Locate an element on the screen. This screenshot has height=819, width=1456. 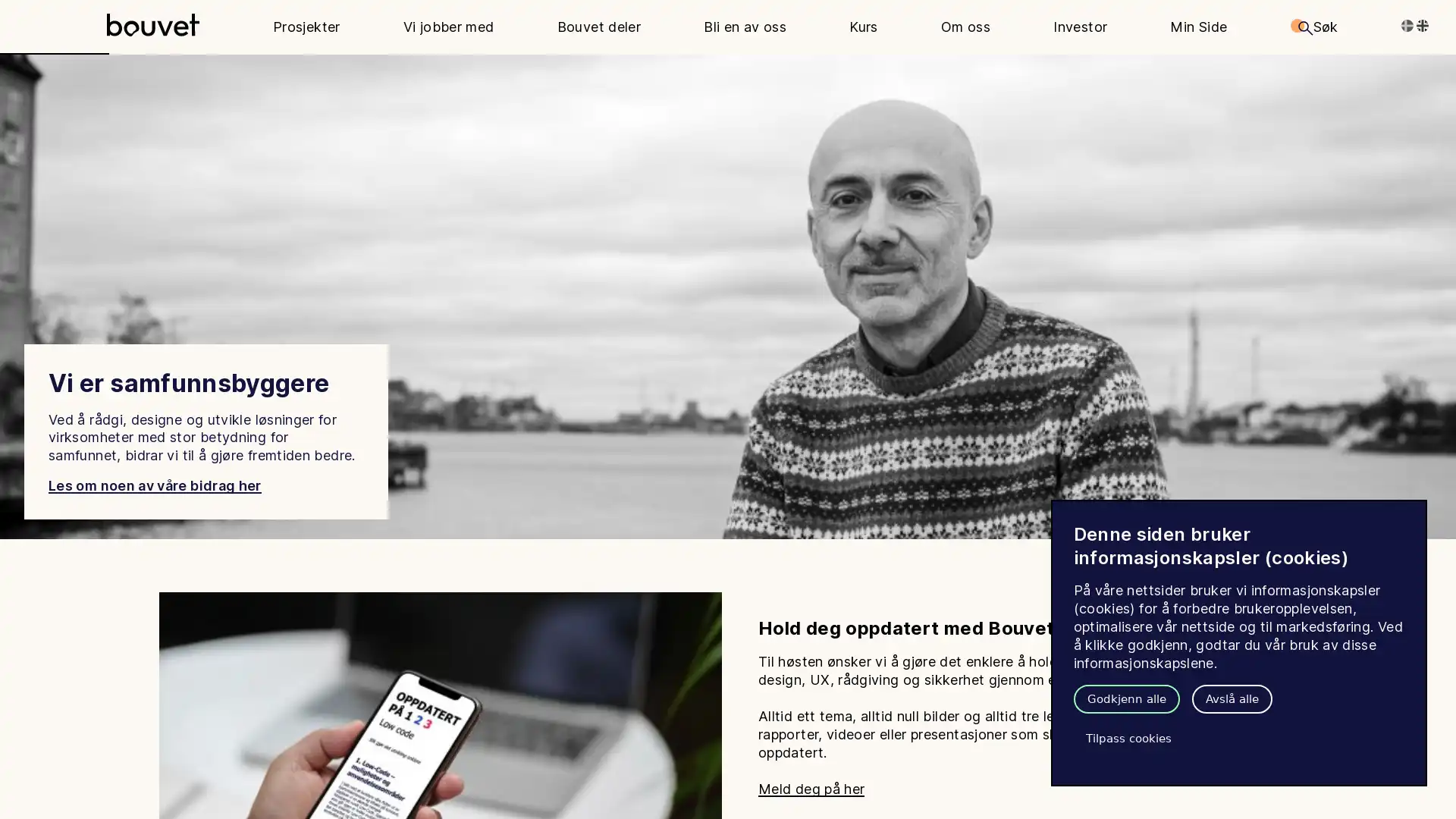
Tilpass cookies is located at coordinates (1128, 736).